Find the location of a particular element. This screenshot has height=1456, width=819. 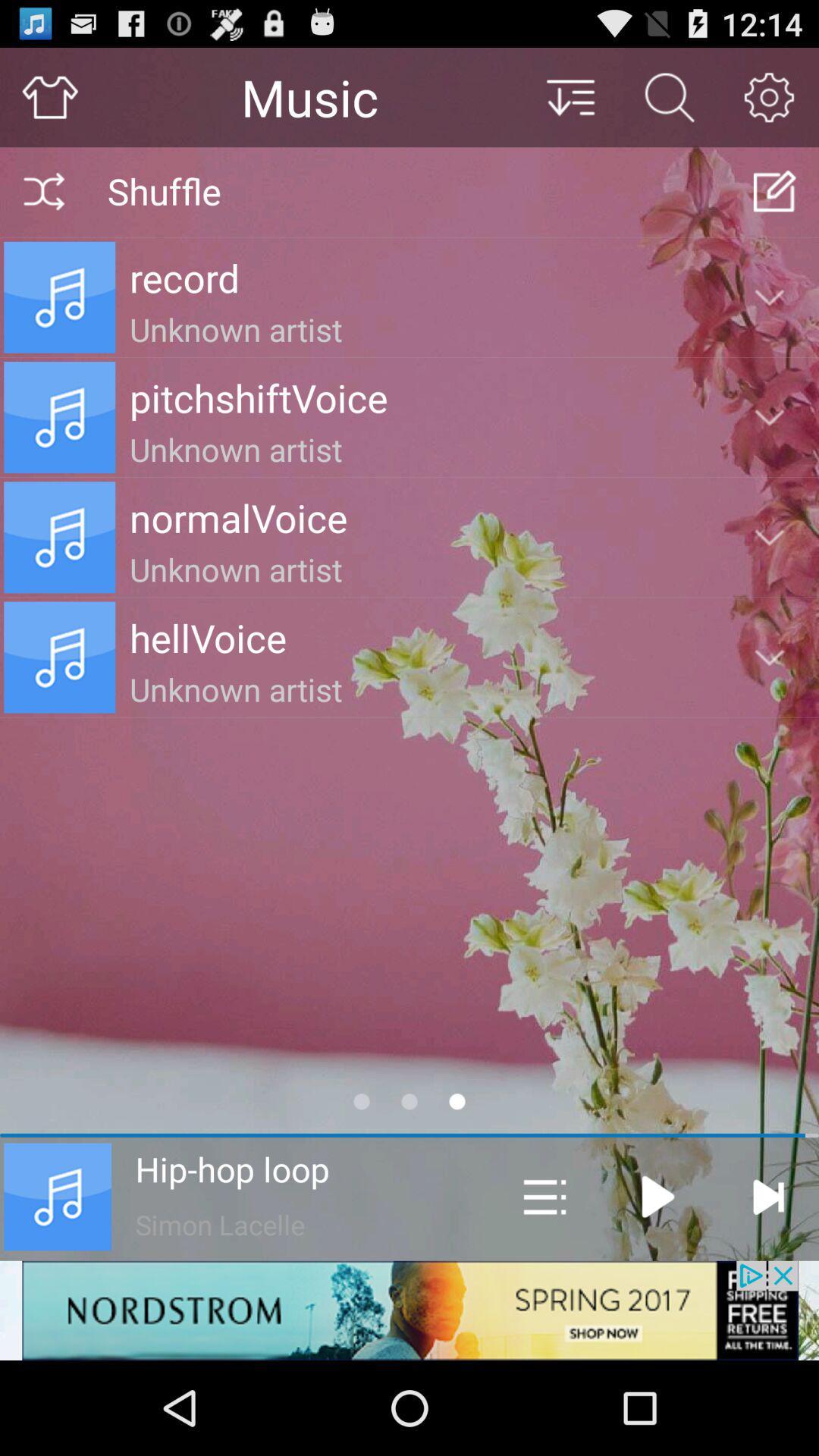

the filter_list icon is located at coordinates (570, 103).